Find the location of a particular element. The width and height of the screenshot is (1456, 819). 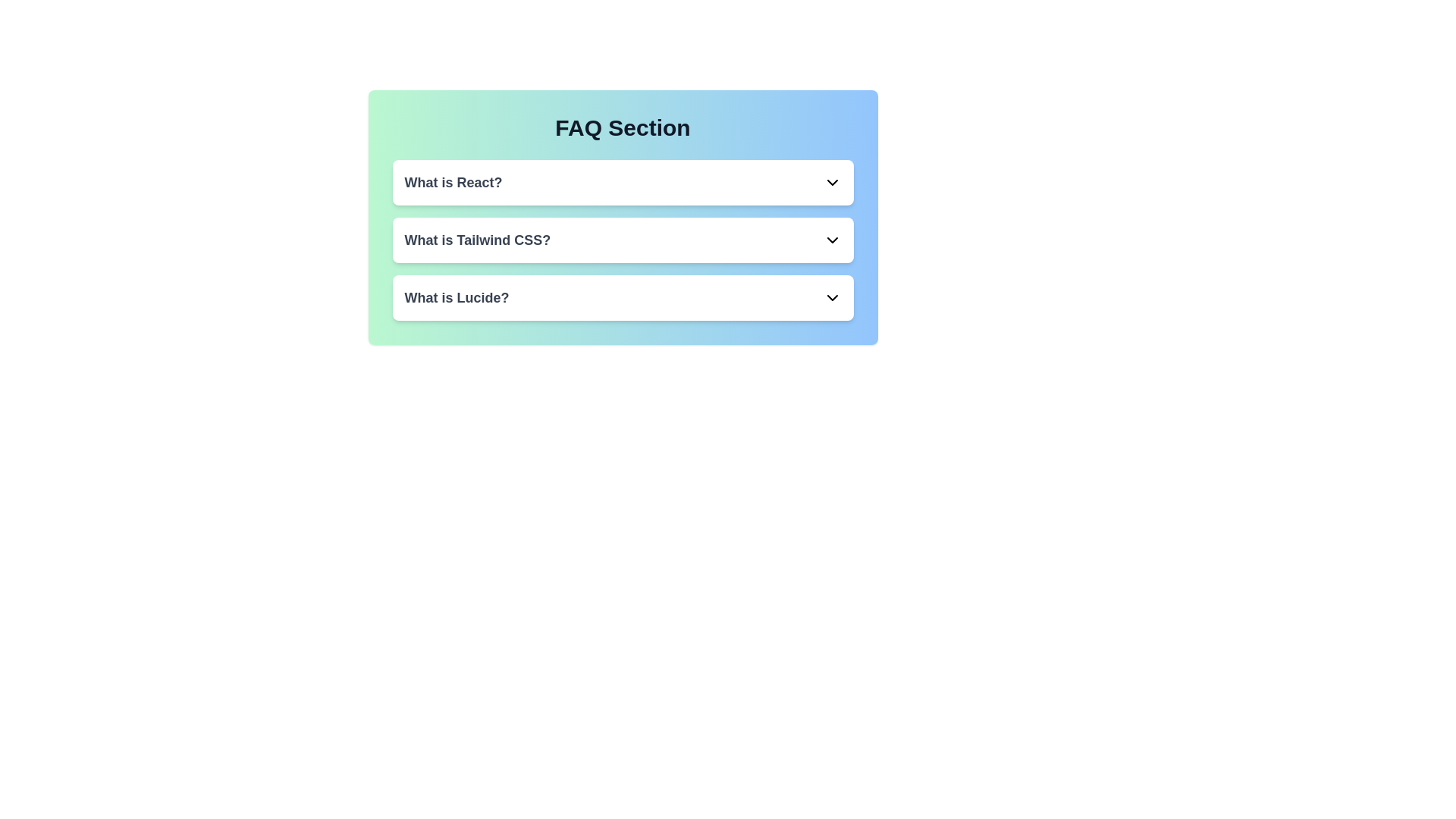

the chevron icon corresponding to the FAQ titled 'What is React?' to toggle its expansion state is located at coordinates (831, 181).